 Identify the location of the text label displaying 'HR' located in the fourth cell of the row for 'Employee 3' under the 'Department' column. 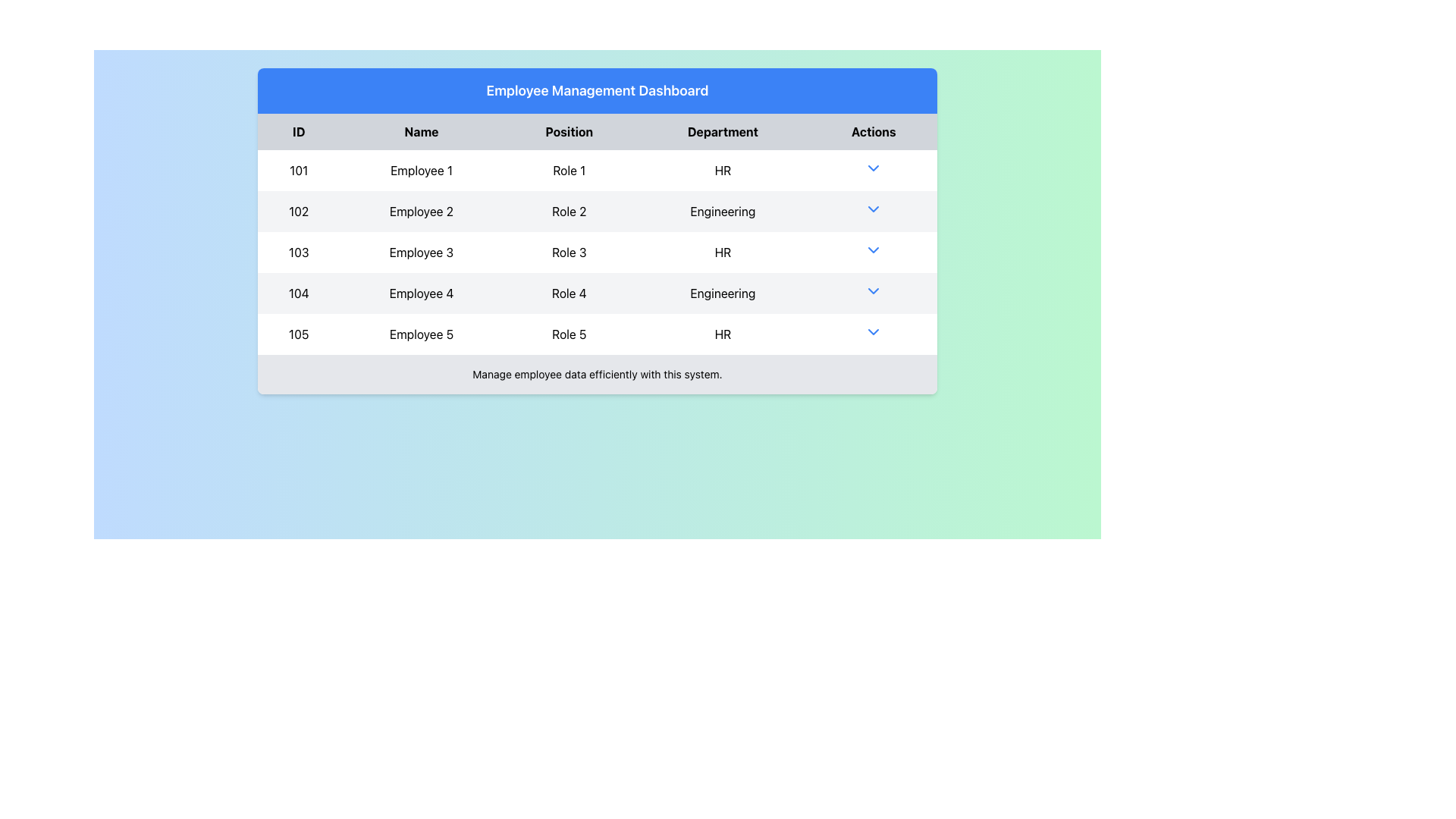
(722, 251).